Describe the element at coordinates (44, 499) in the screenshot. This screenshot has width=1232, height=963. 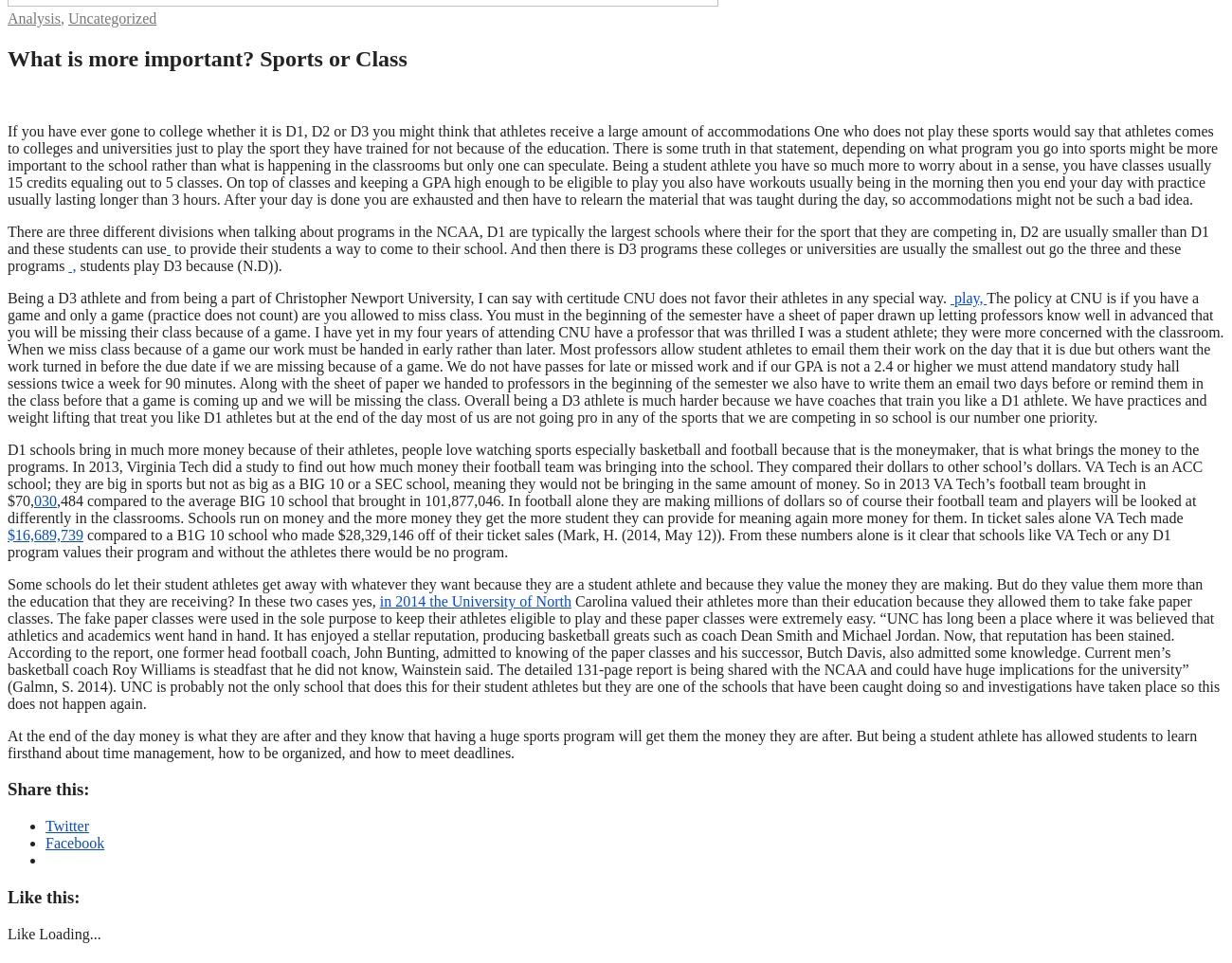
I see `'030'` at that location.